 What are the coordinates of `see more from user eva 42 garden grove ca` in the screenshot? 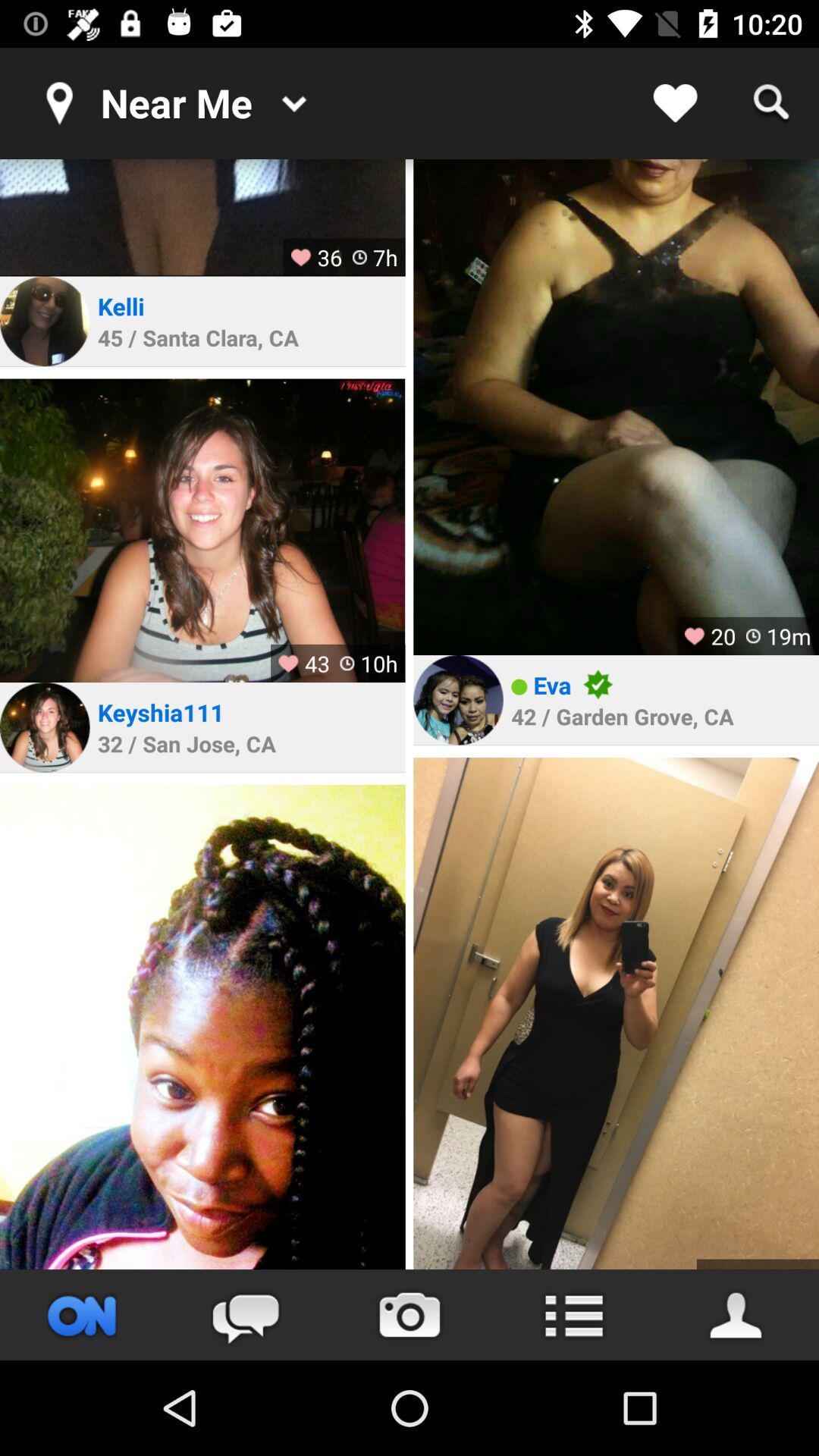 It's located at (616, 1013).